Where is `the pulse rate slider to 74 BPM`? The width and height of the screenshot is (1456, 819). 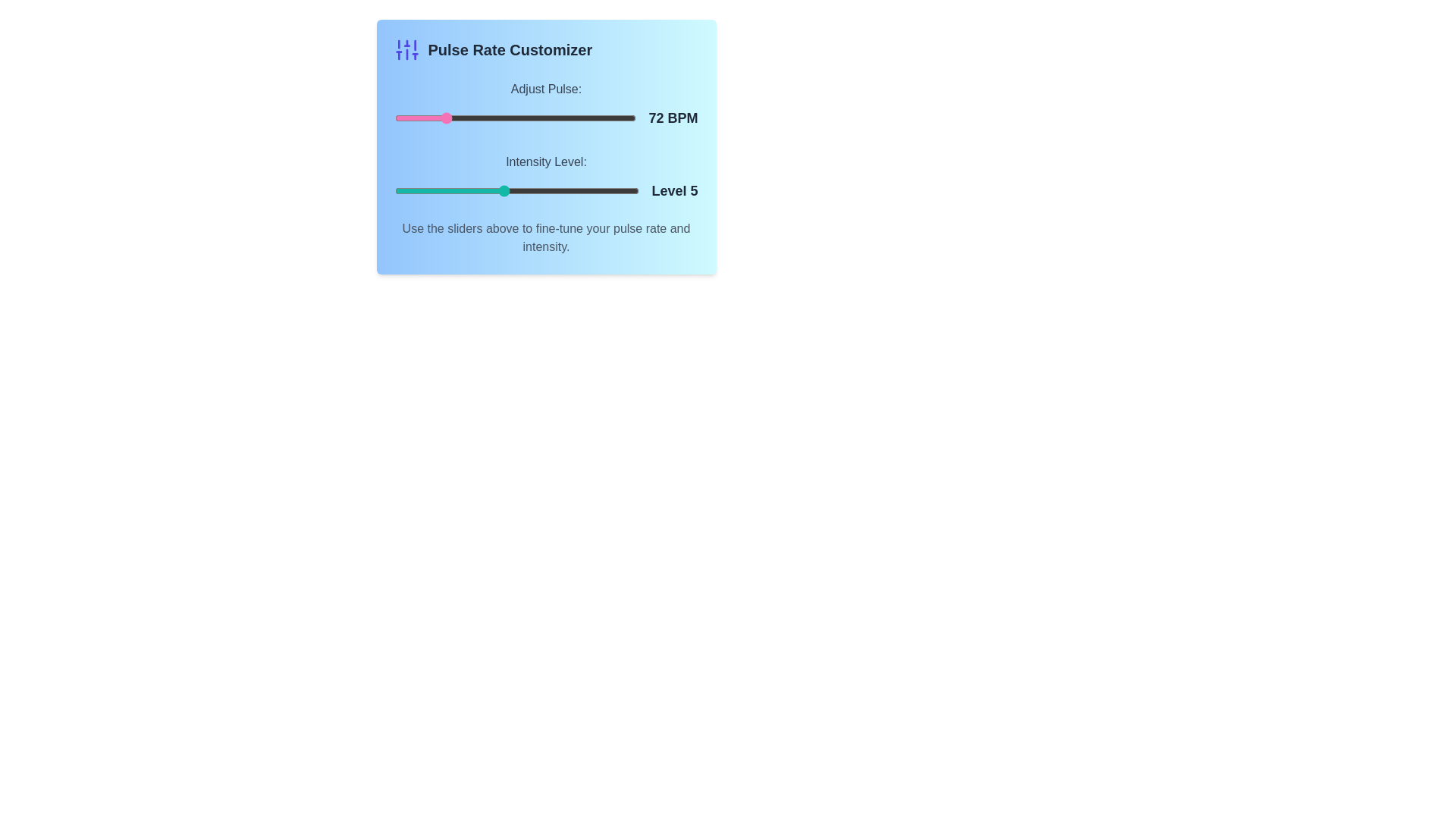 the pulse rate slider to 74 BPM is located at coordinates (445, 117).